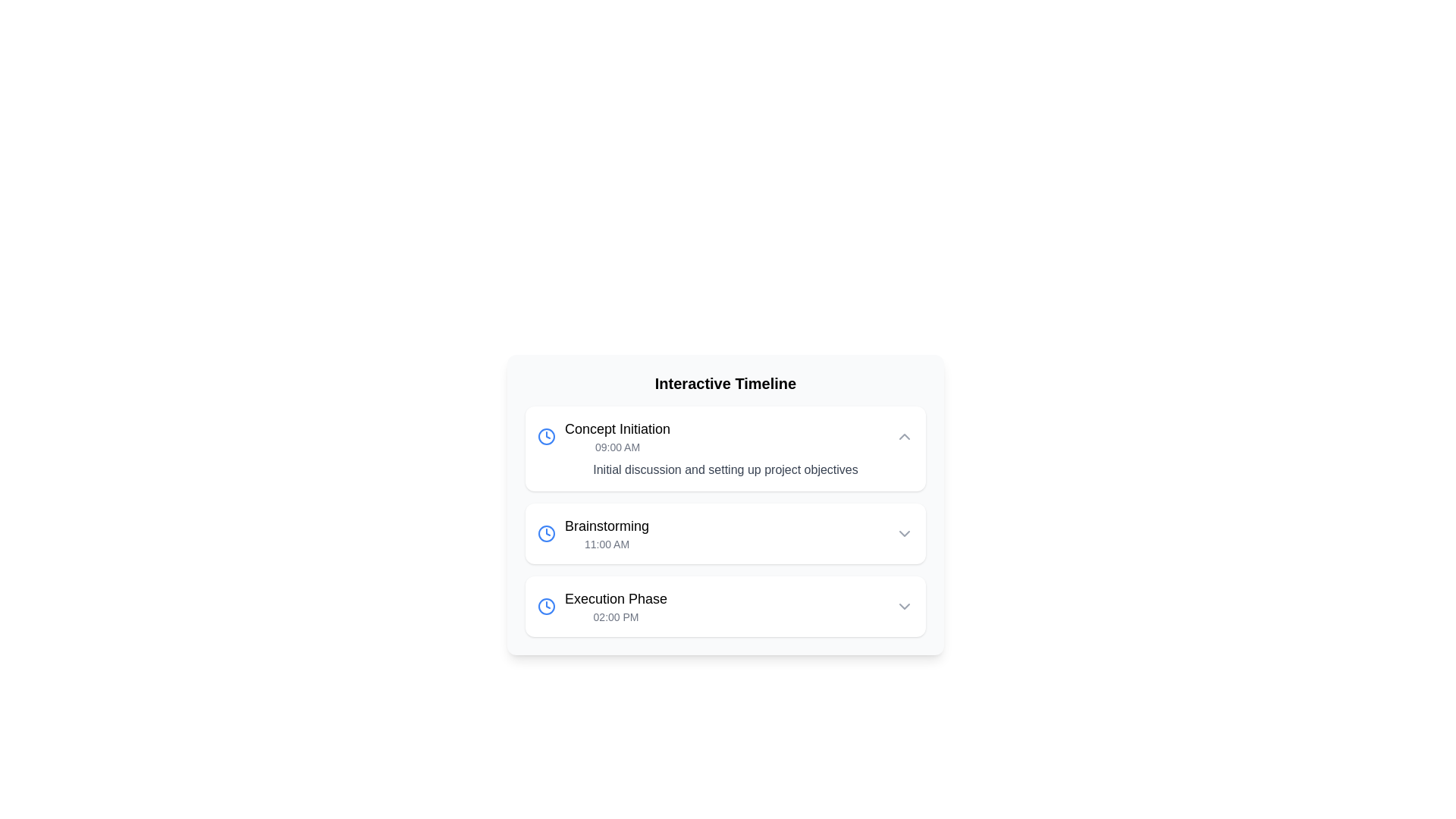 The width and height of the screenshot is (1456, 819). I want to click on the informational Text Display that shows the scheduled time for the 'Brainstorming' event, located in the second event card directly below the title 'Brainstorming', so click(607, 543).